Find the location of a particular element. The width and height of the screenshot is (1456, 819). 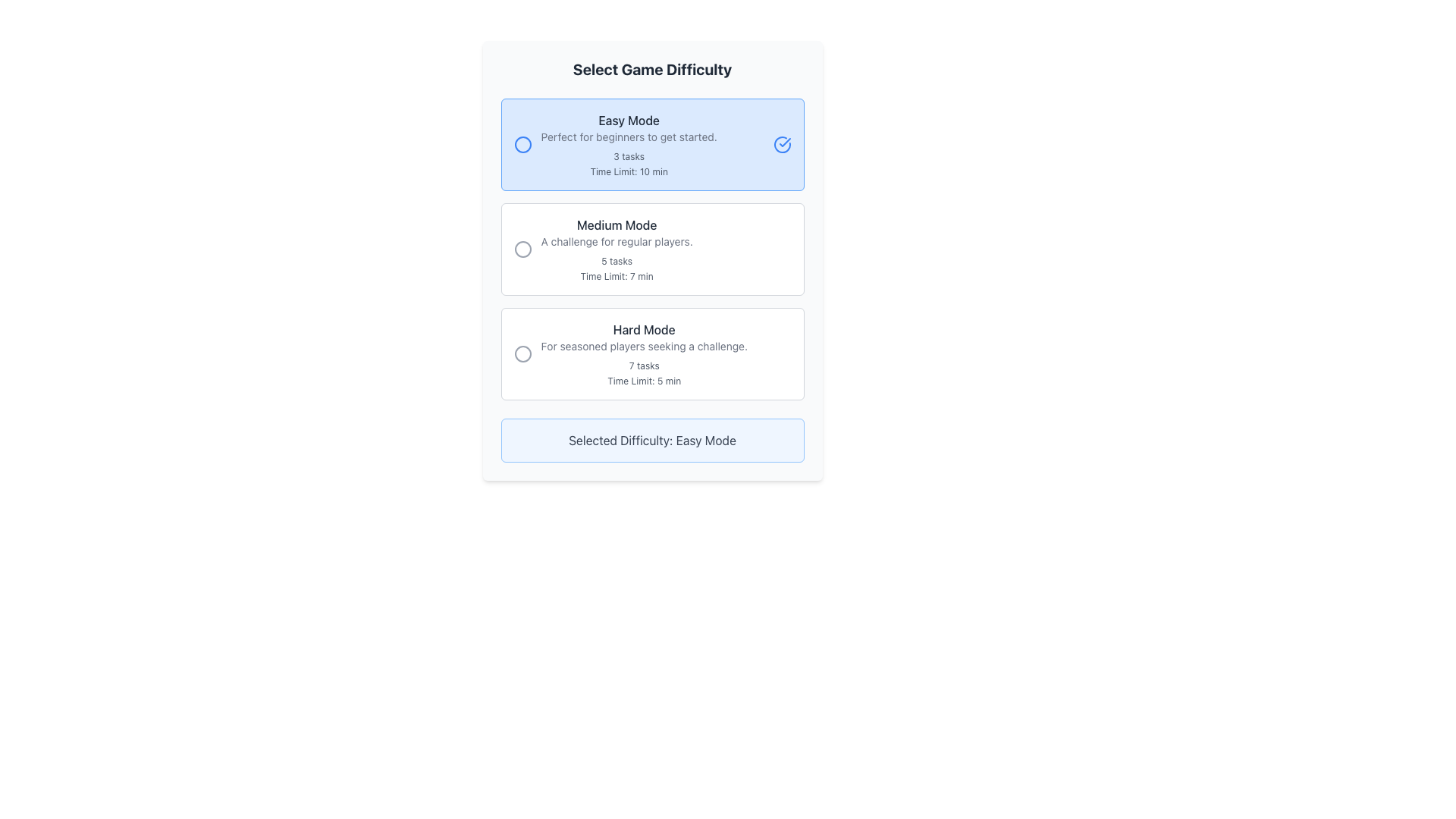

the text label that informs about the time limit for 'Medium Mode' game difficulty, located underneath the '5 tasks' line in the game difficulty selection menu is located at coordinates (617, 277).